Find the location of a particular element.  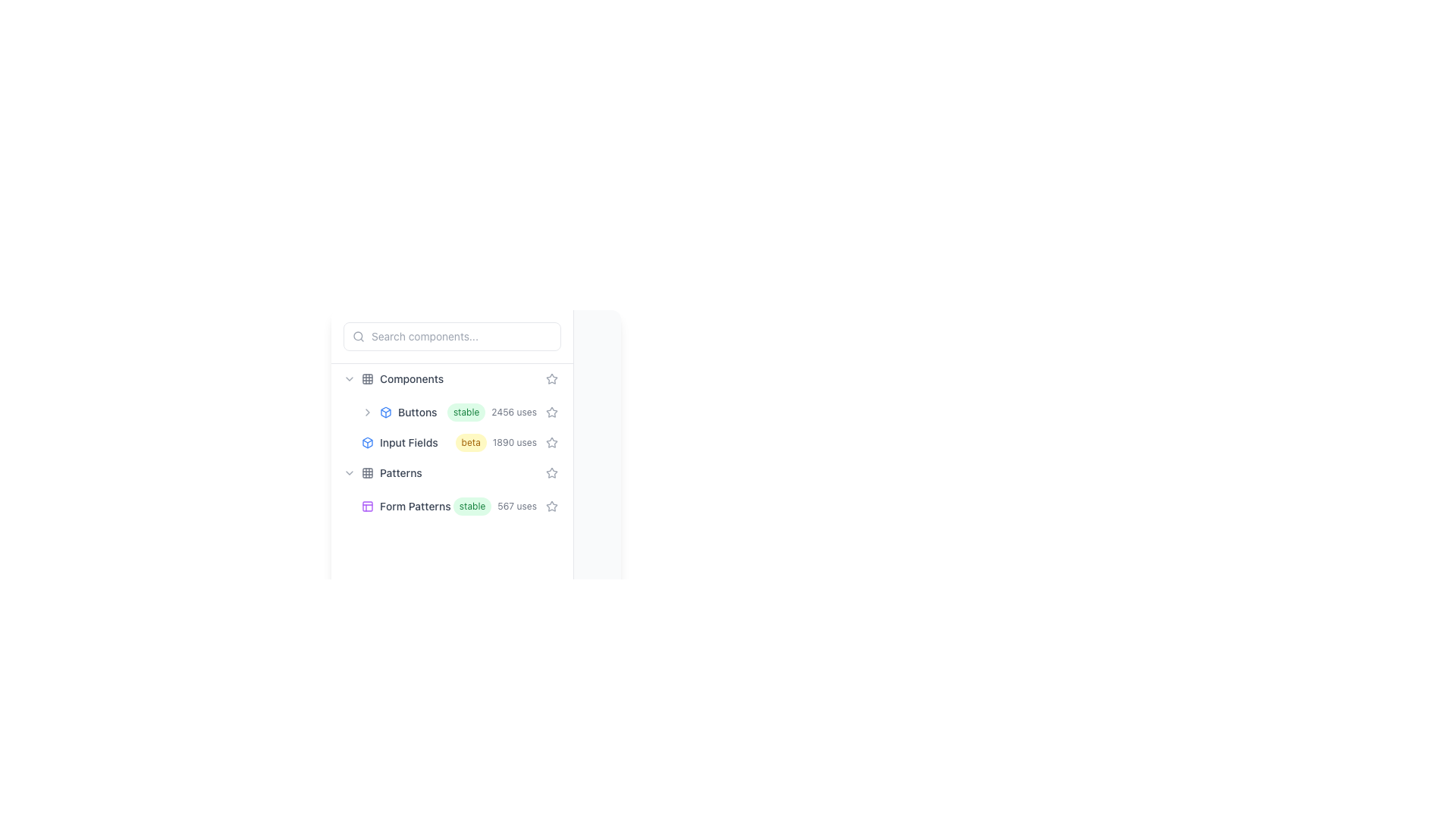

the top-left corner rectangle of the schematic icon in the sidebar menu adjacent to the 'Components' and 'Patterns' list is located at coordinates (367, 506).